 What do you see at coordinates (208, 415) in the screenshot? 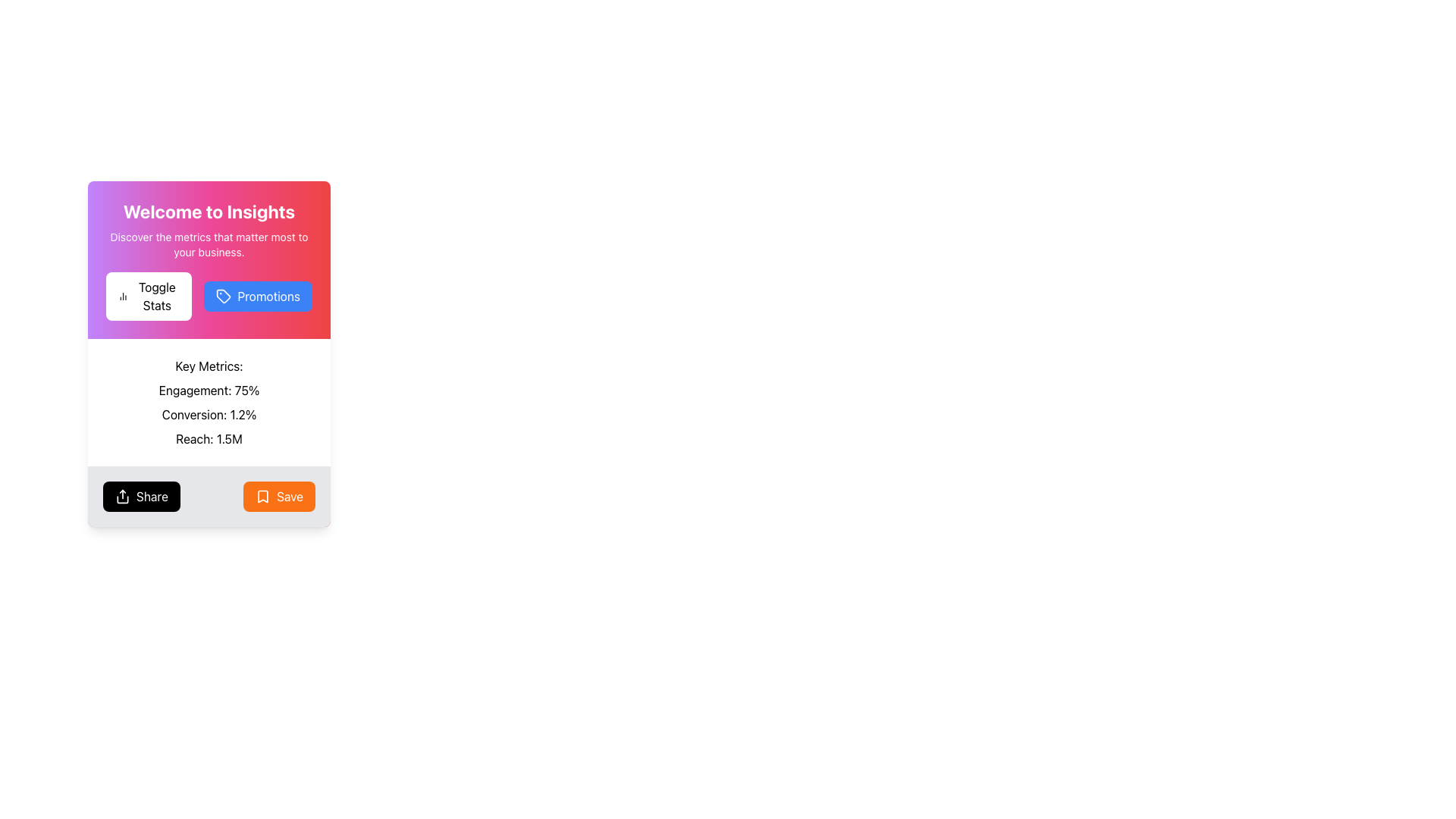
I see `the text display showing metrics 'Engagement: 75%', 'Conversion: 1.2%', and 'Reach: 1.5M' located under the 'Key Metrics:' section` at bounding box center [208, 415].